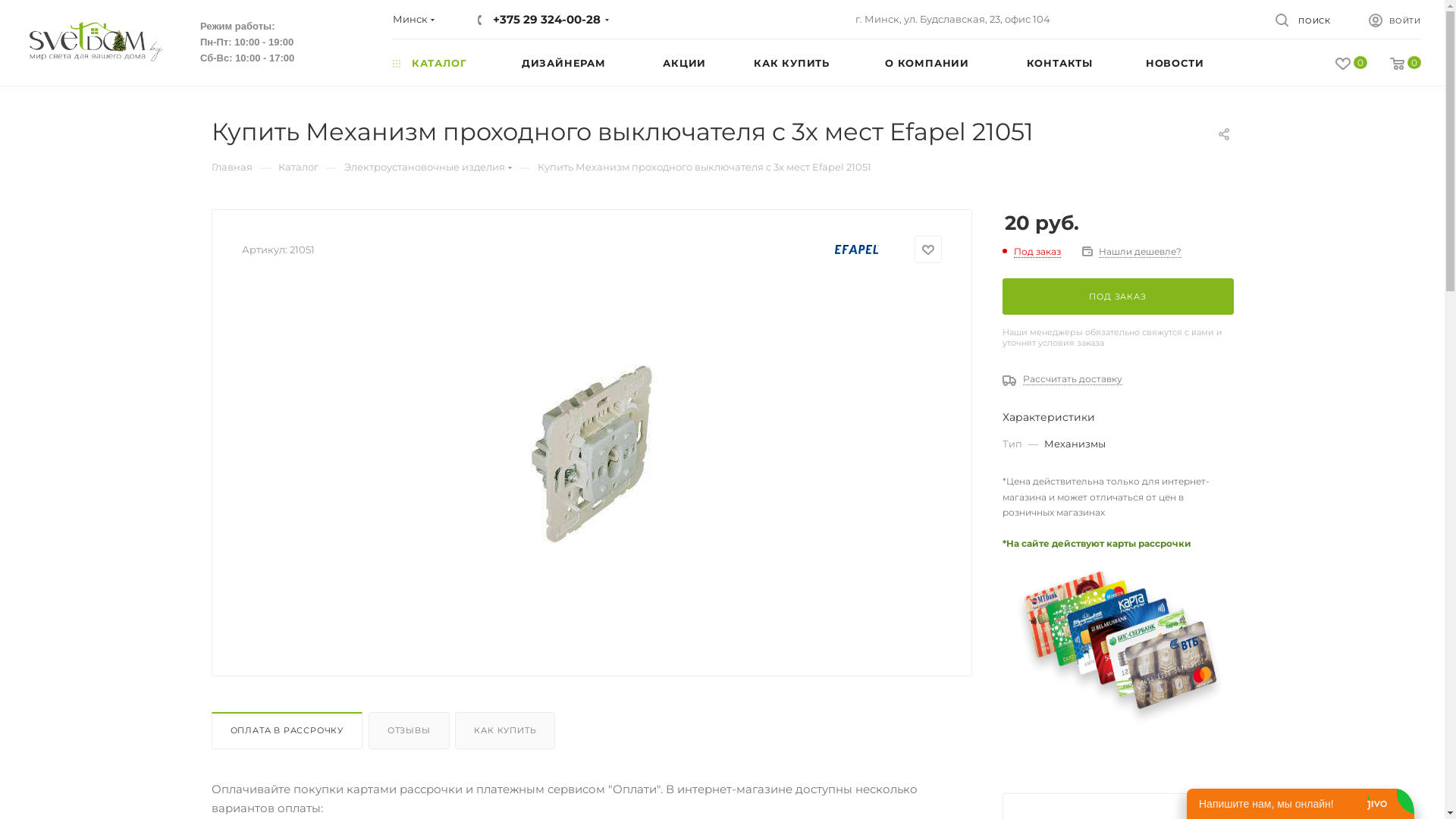  I want to click on '0', so click(1394, 63).